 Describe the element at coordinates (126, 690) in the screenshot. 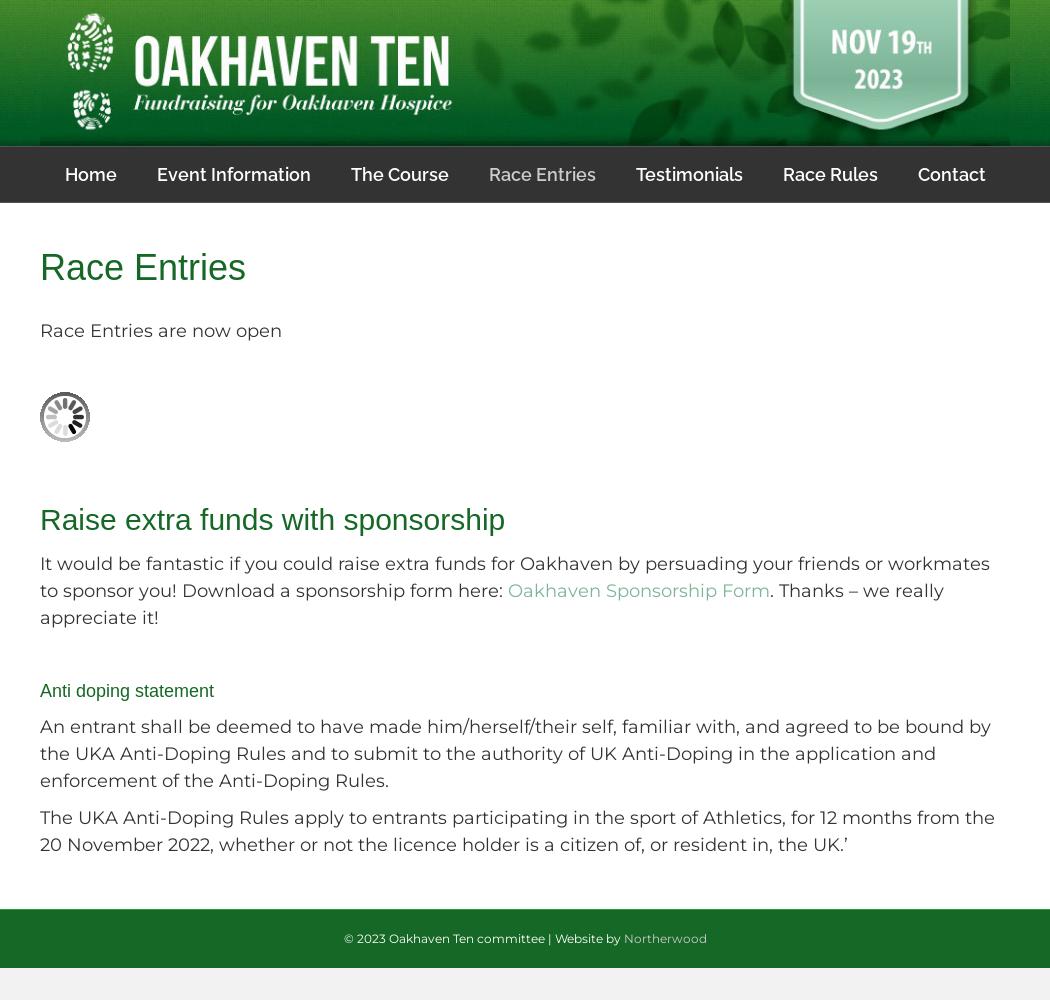

I see `'Anti doping statement'` at that location.